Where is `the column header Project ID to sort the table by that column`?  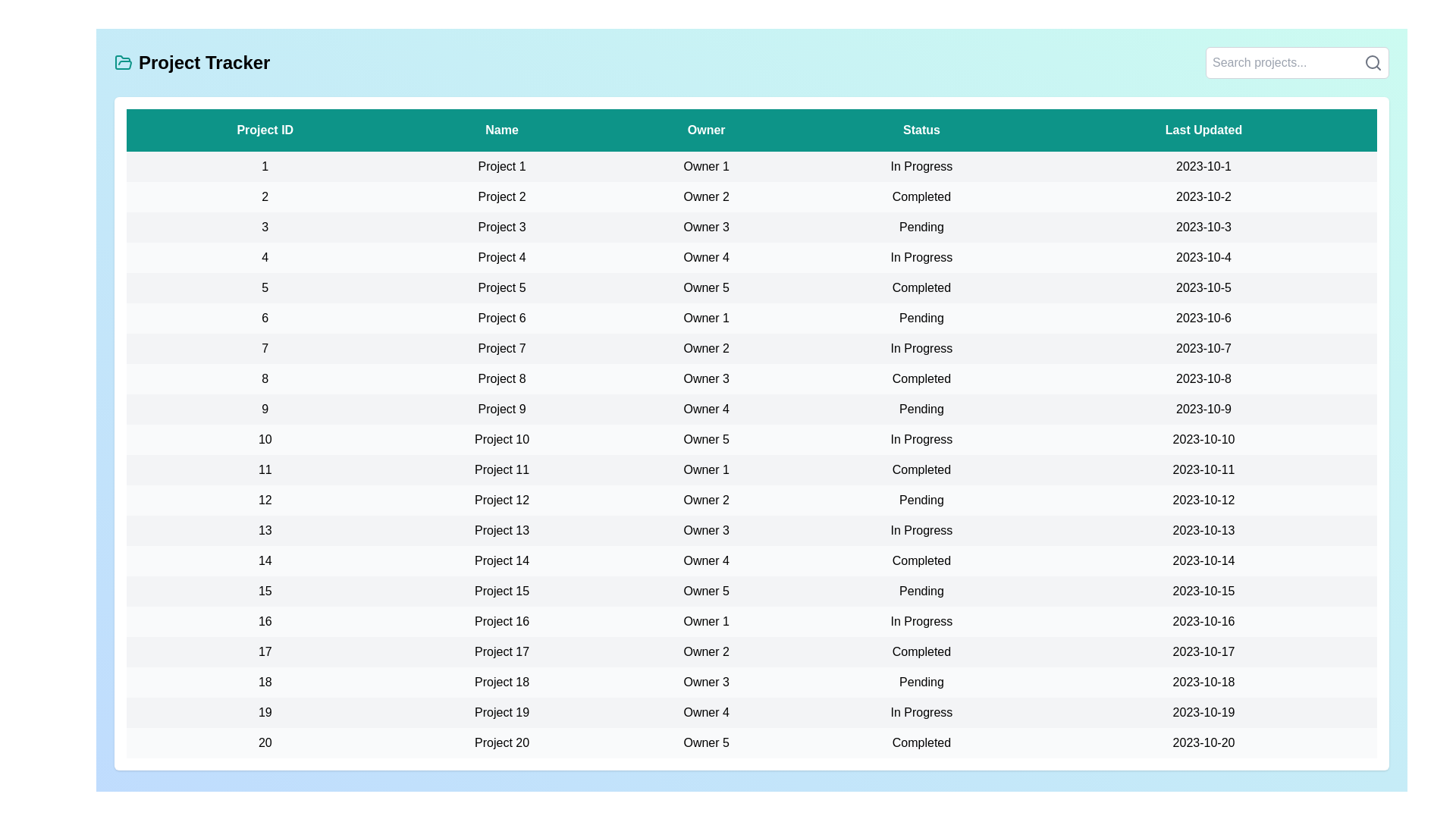
the column header Project ID to sort the table by that column is located at coordinates (265, 130).